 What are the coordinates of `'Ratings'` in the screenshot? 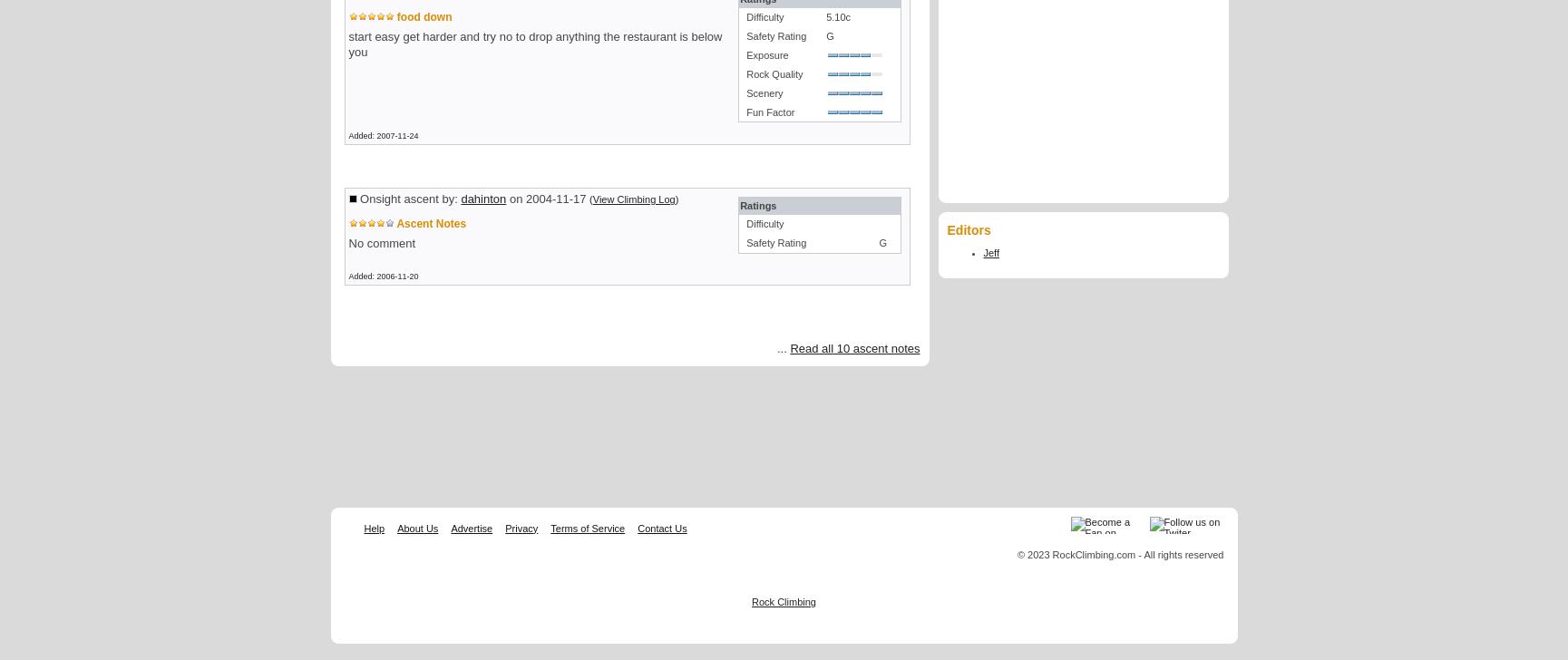 It's located at (757, 205).